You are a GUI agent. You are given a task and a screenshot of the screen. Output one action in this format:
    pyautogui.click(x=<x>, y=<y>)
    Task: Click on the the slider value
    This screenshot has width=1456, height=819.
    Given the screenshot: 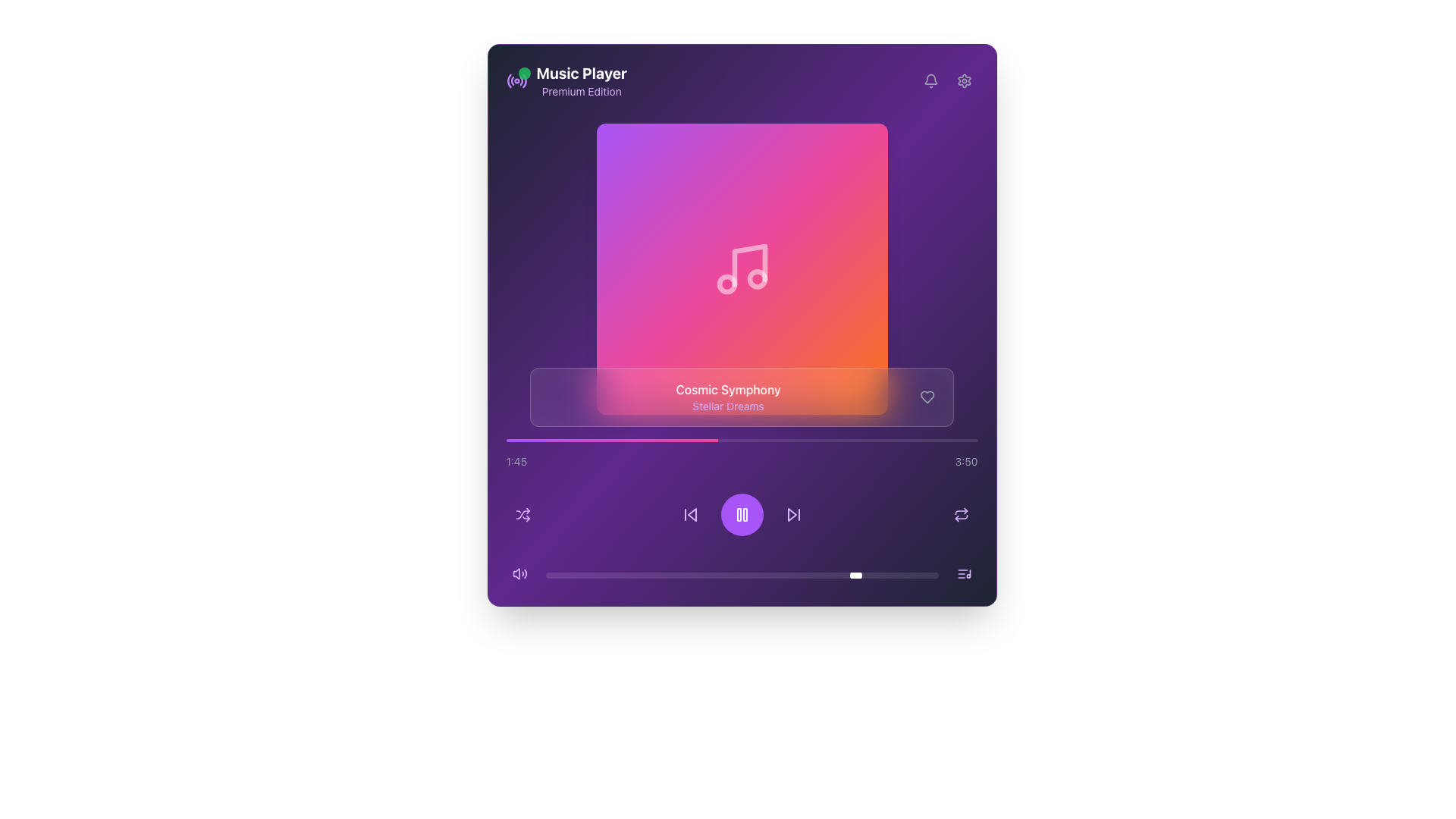 What is the action you would take?
    pyautogui.click(x=648, y=576)
    